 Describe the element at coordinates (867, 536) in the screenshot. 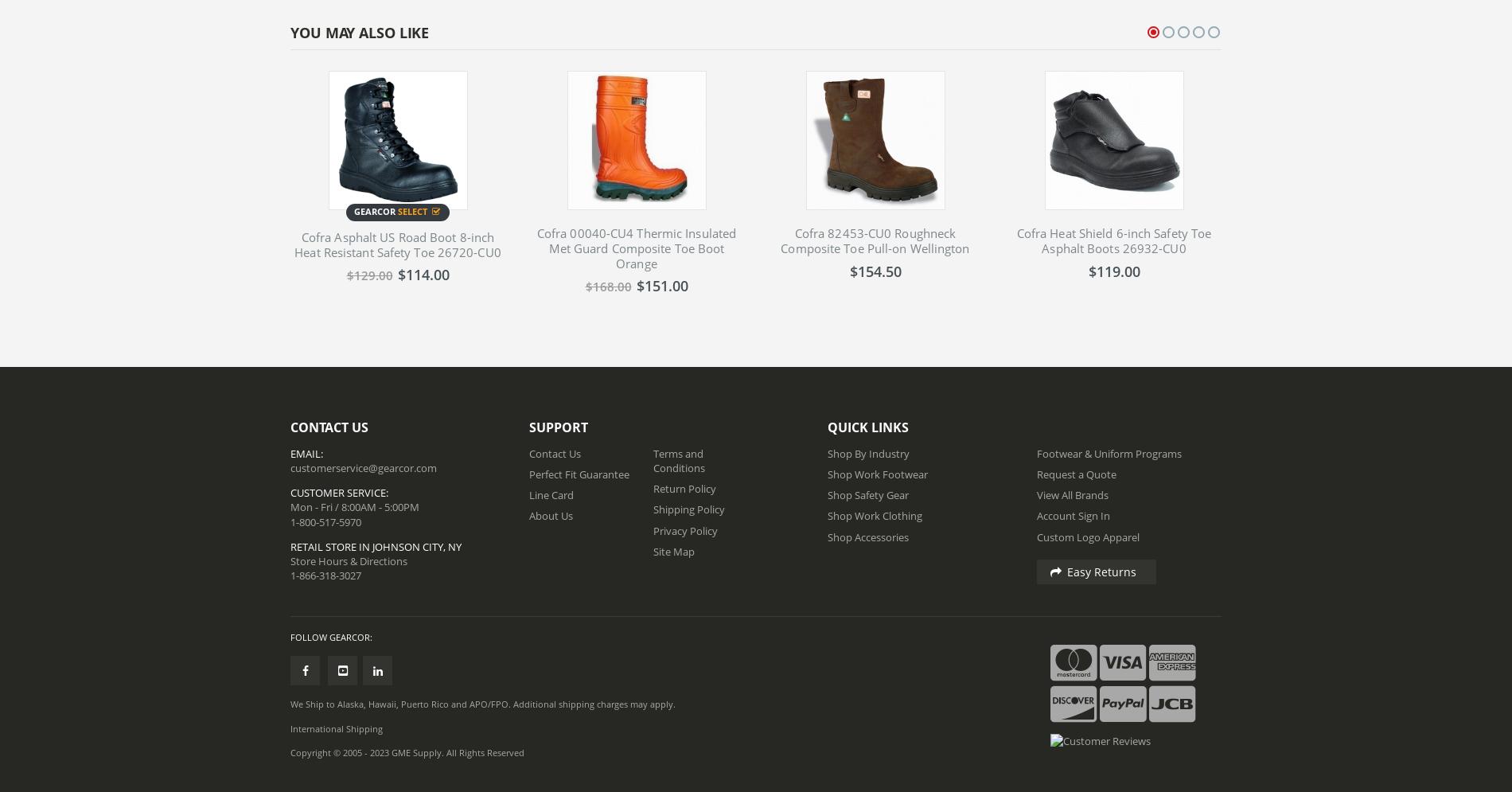

I see `'Shop Accessories'` at that location.